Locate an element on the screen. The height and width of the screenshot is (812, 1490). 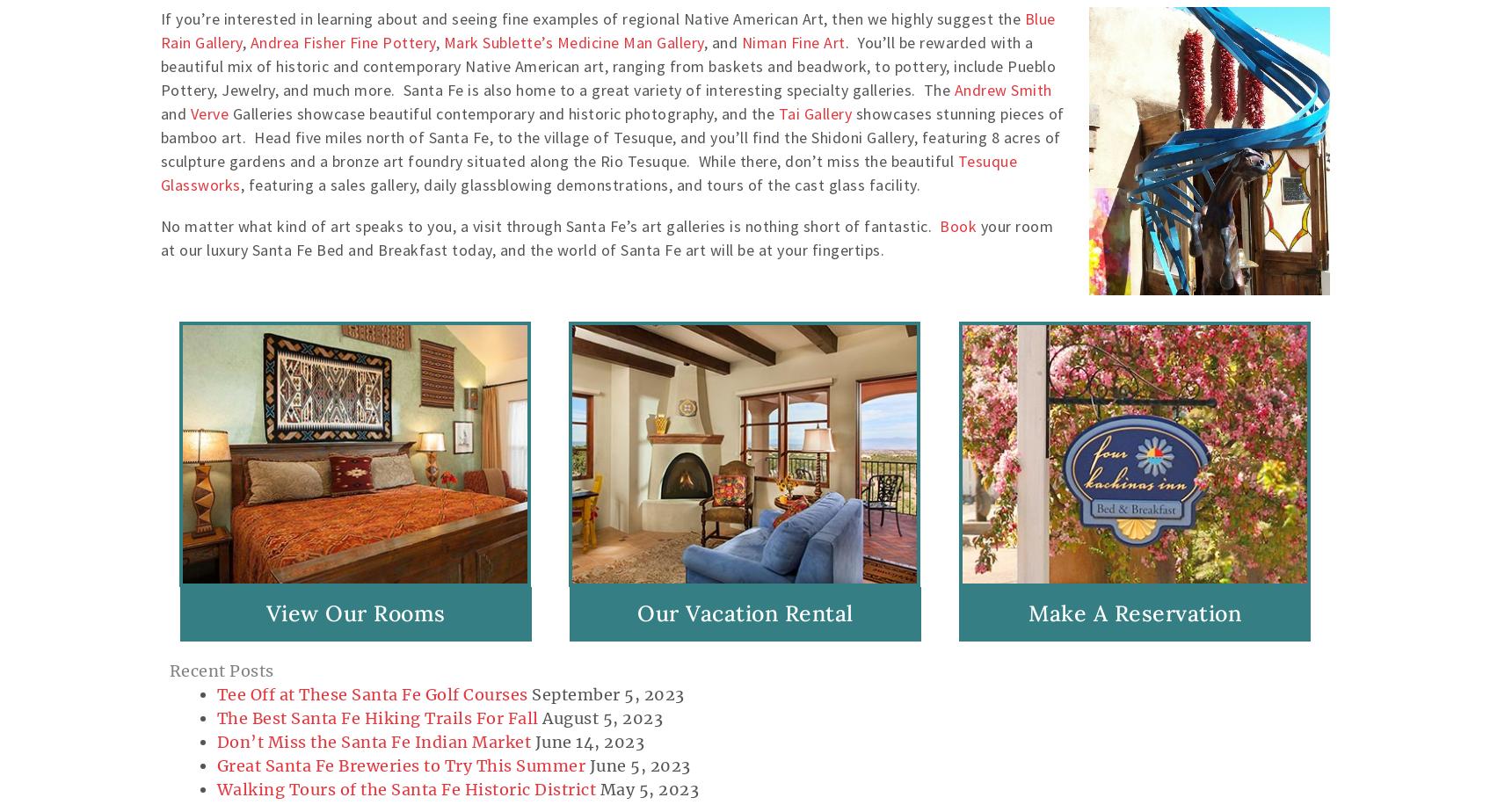
'Andrew Smith' is located at coordinates (1001, 89).